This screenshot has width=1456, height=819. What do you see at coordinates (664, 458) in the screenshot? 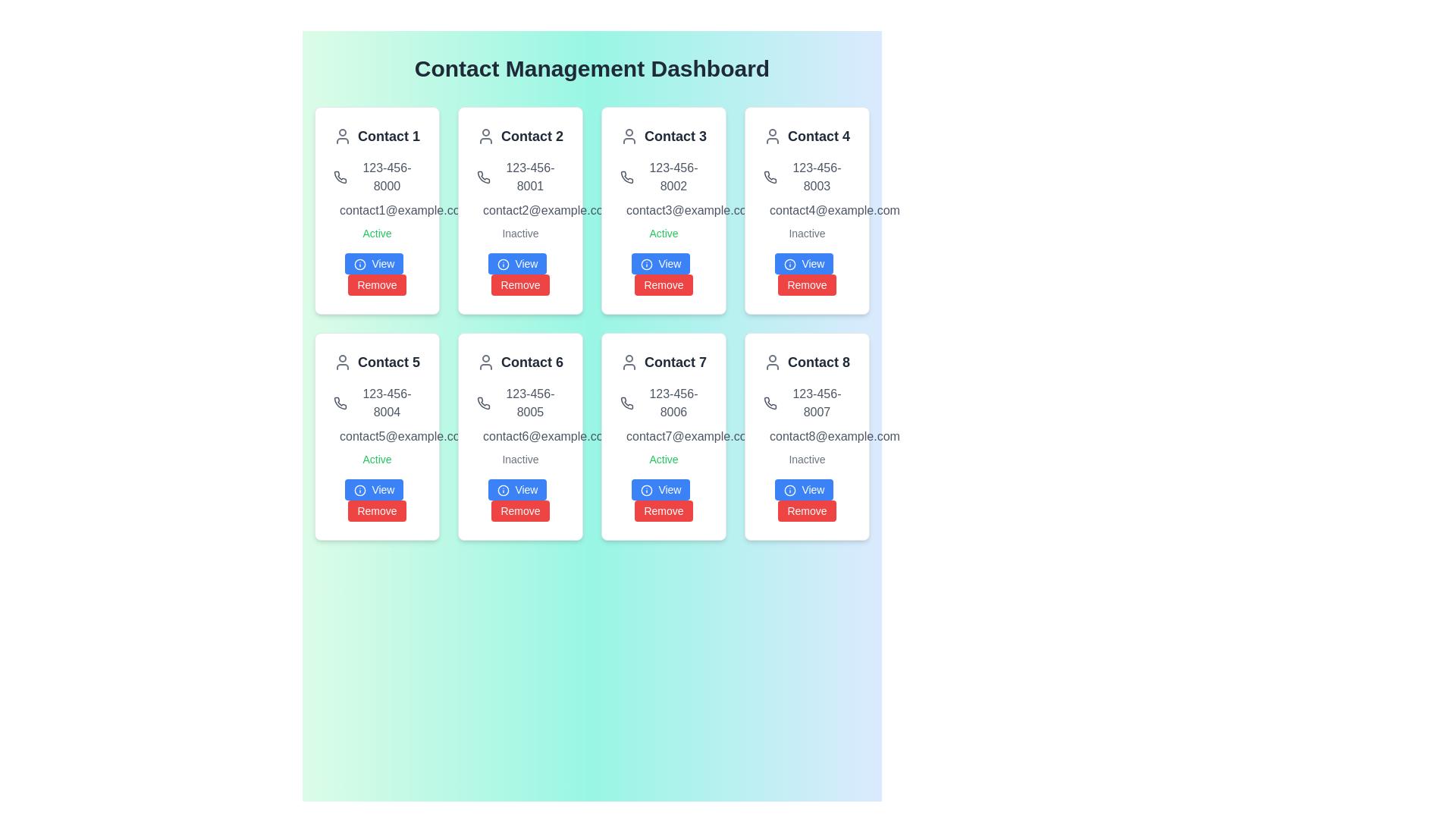
I see `text label displaying 'Active' in green color, which is part of the seventh contact card in the dashboard layout, located in the second row and third column from the left, positioned above the 'View' and 'Remove' buttons` at bounding box center [664, 458].